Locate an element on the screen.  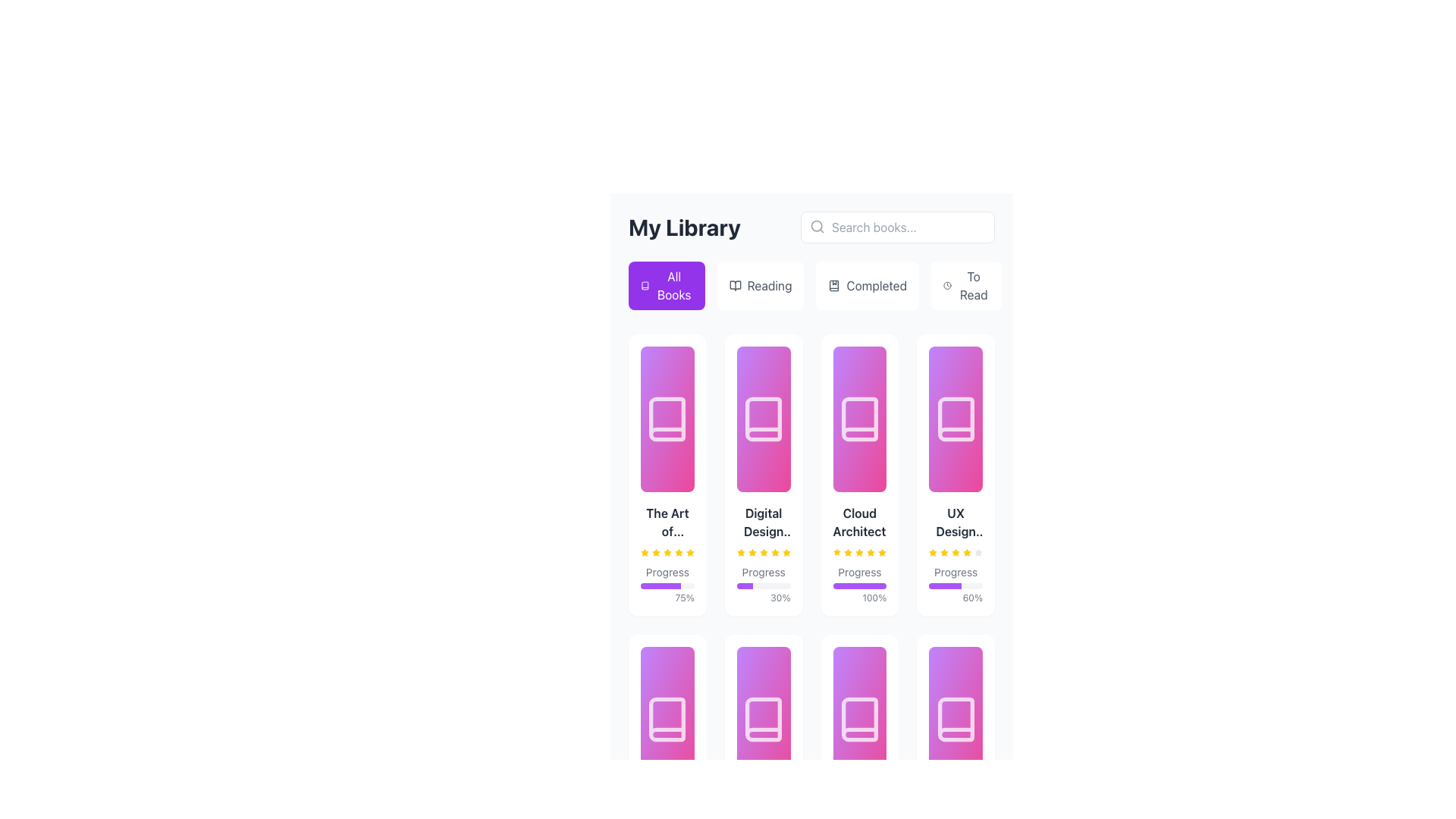
the clock icon within the 'To Read' button located in the top-right section of the navigation bar is located at coordinates (946, 286).